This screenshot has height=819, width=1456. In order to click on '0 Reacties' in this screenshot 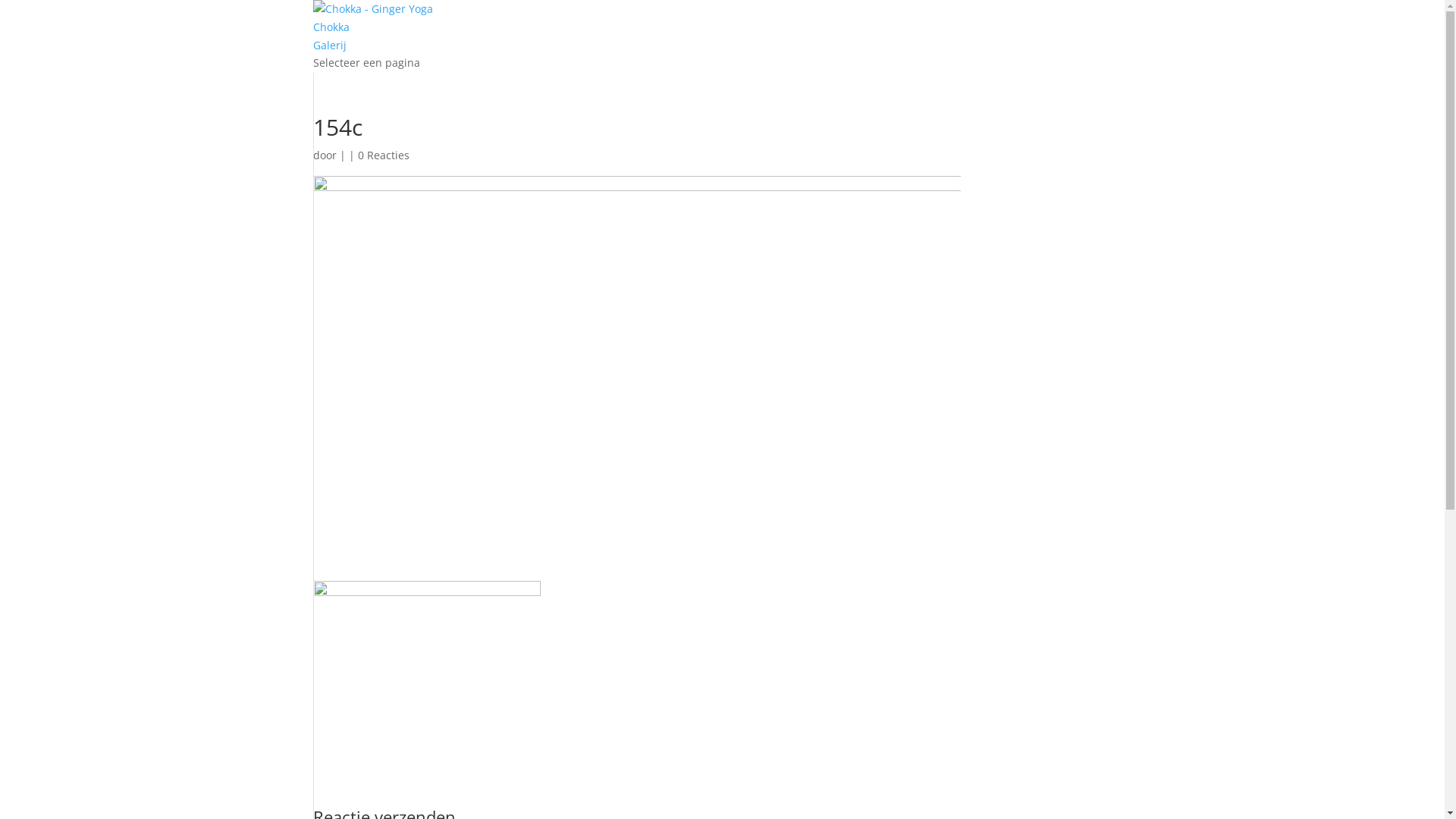, I will do `click(383, 155)`.